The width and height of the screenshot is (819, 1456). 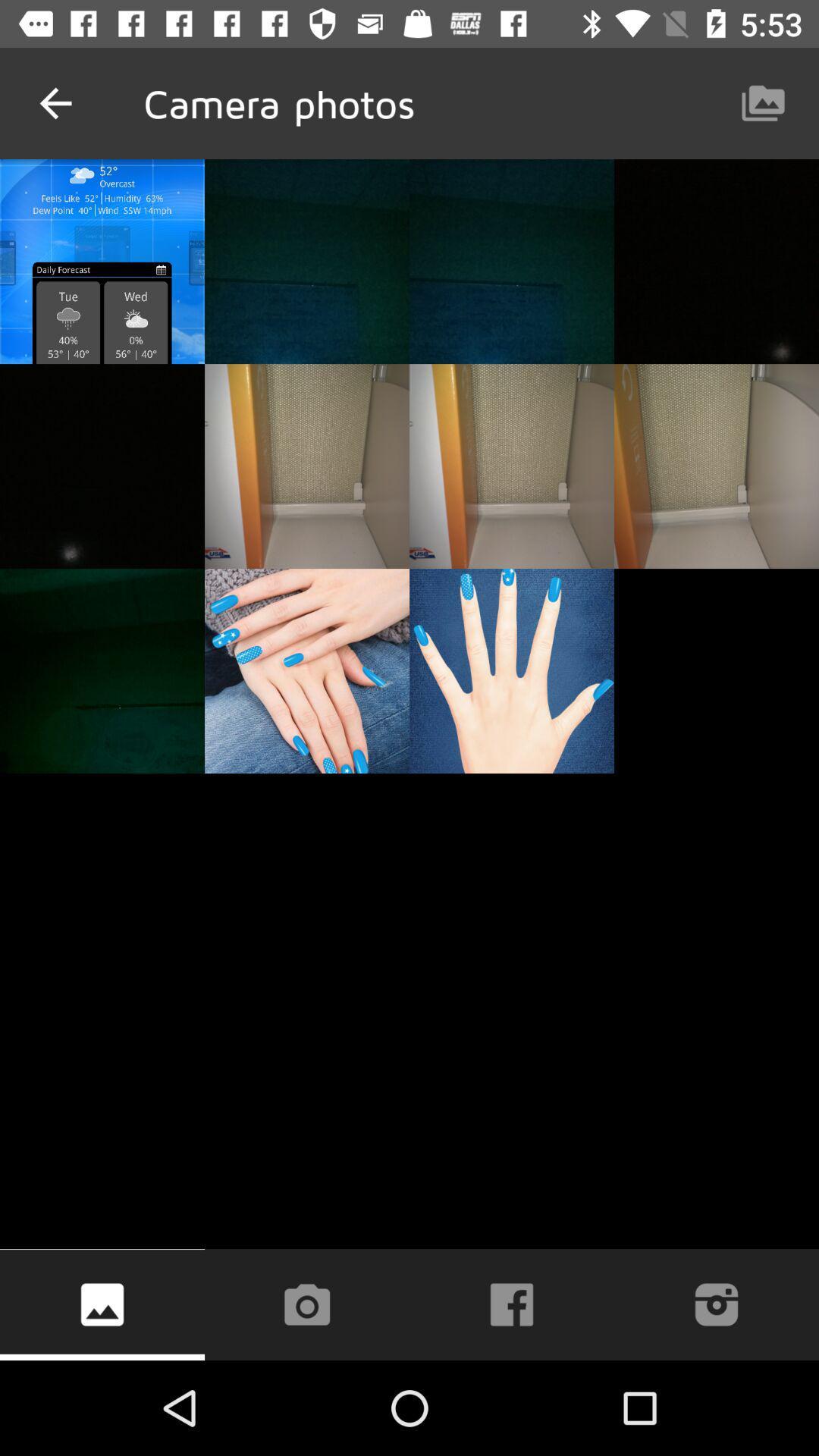 What do you see at coordinates (55, 102) in the screenshot?
I see `the item next to the camera photos` at bounding box center [55, 102].